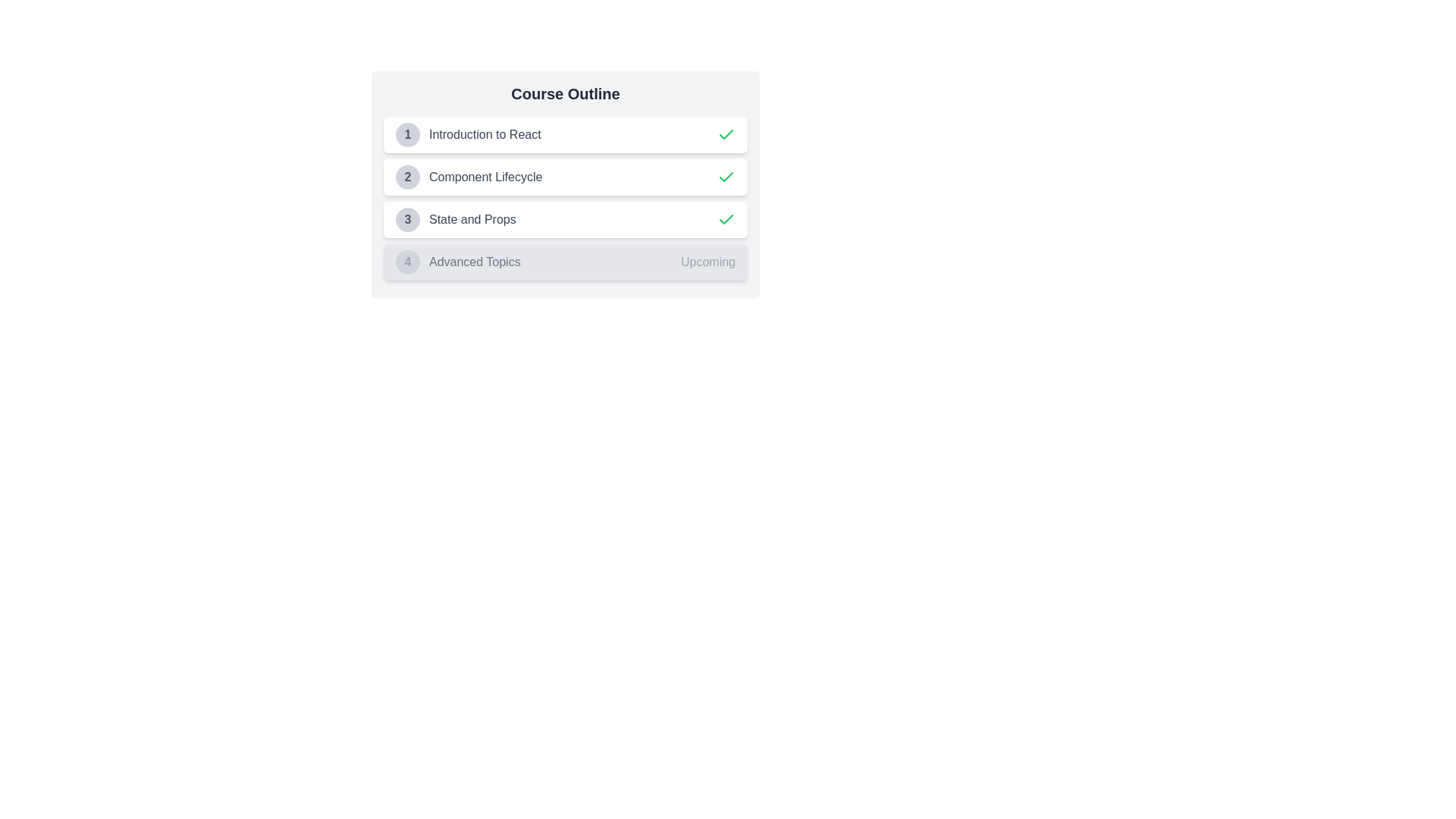  What do you see at coordinates (455, 219) in the screenshot?
I see `the third list item labeled 'State and Props'` at bounding box center [455, 219].